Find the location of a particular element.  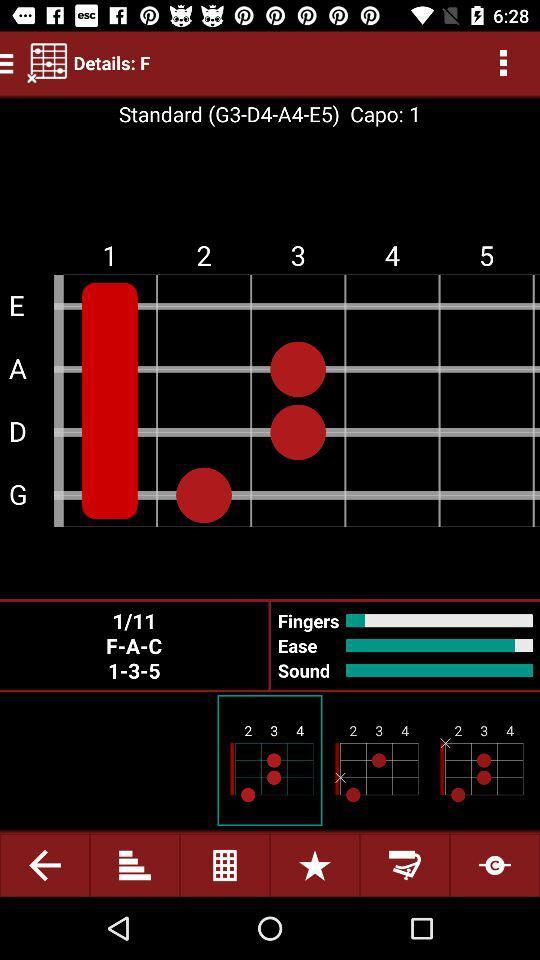

1 11 f icon is located at coordinates (134, 644).